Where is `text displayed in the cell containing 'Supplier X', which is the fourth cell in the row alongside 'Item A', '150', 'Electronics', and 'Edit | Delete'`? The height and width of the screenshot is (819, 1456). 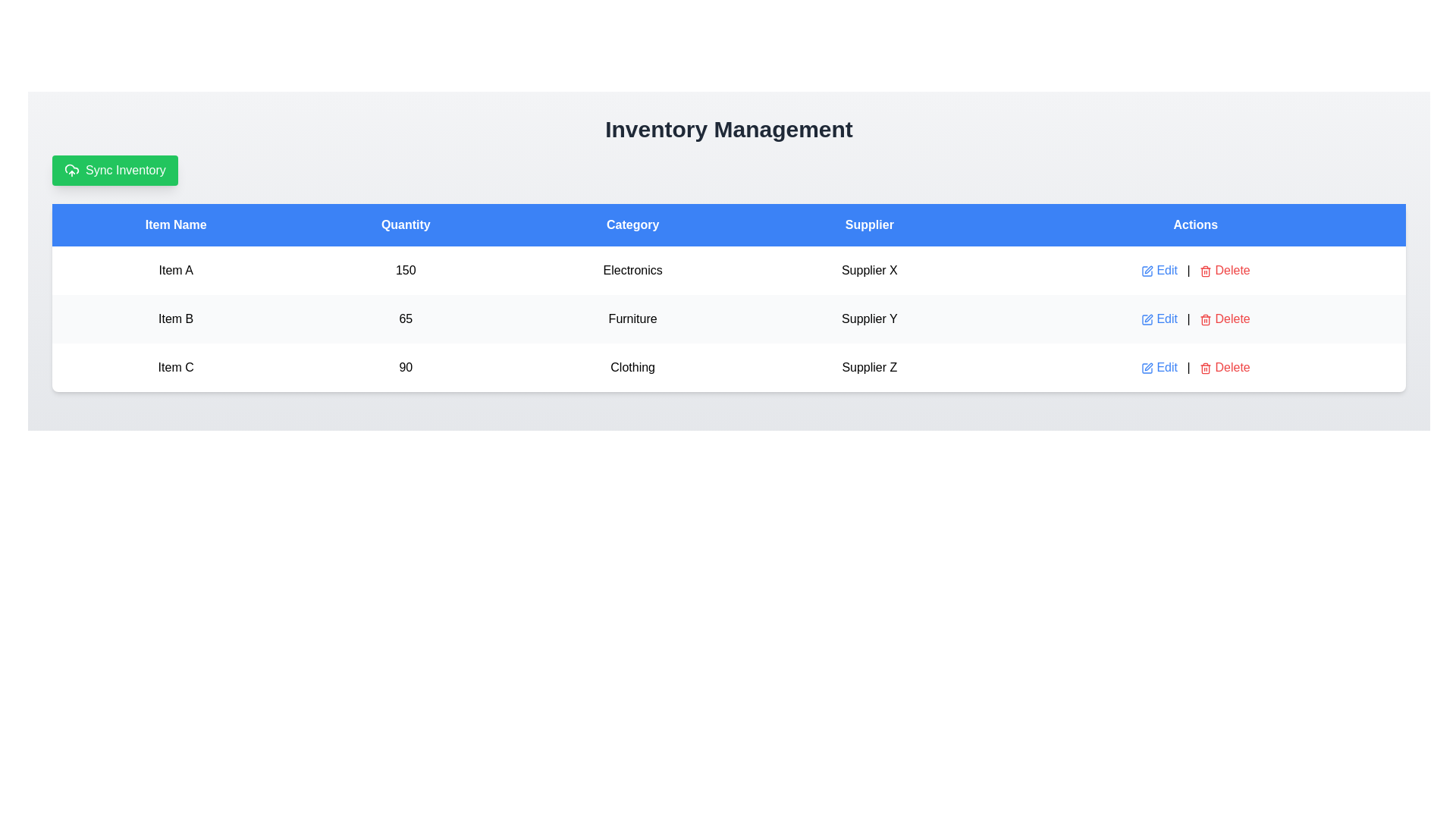
text displayed in the cell containing 'Supplier X', which is the fourth cell in the row alongside 'Item A', '150', 'Electronics', and 'Edit | Delete' is located at coordinates (869, 270).